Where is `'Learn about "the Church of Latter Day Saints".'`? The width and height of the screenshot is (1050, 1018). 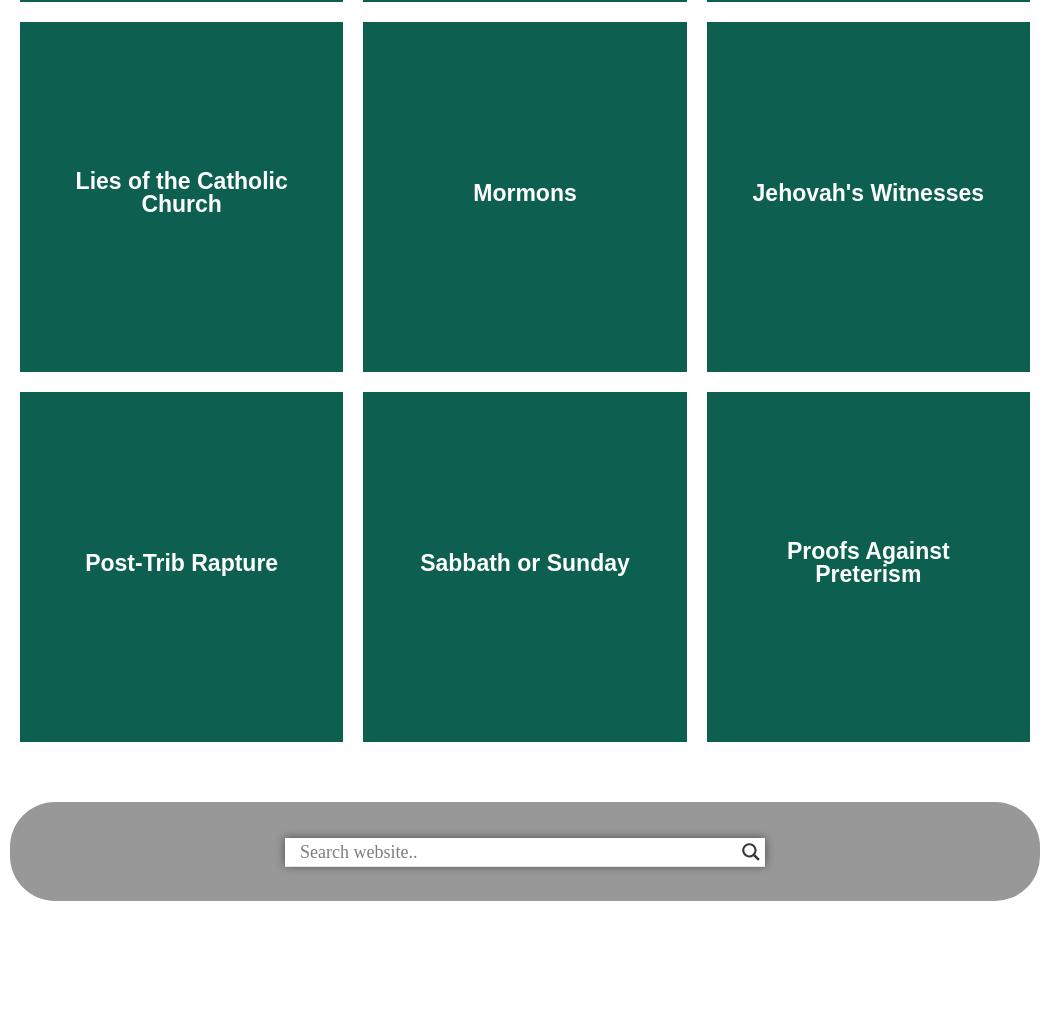
'Learn about "the Church of Latter Day Saints".' is located at coordinates (399, 535).